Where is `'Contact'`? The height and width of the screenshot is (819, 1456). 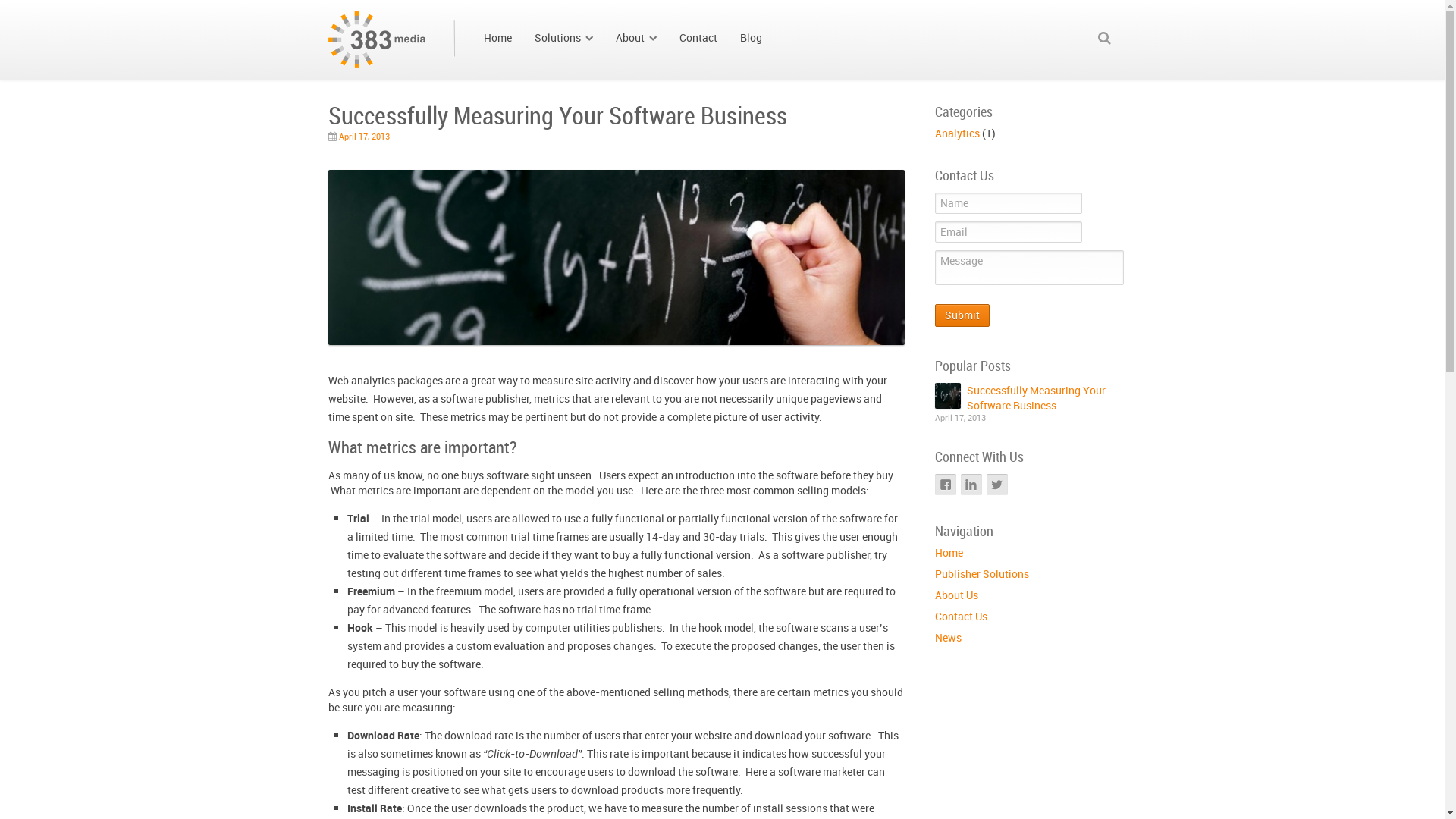 'Contact' is located at coordinates (697, 37).